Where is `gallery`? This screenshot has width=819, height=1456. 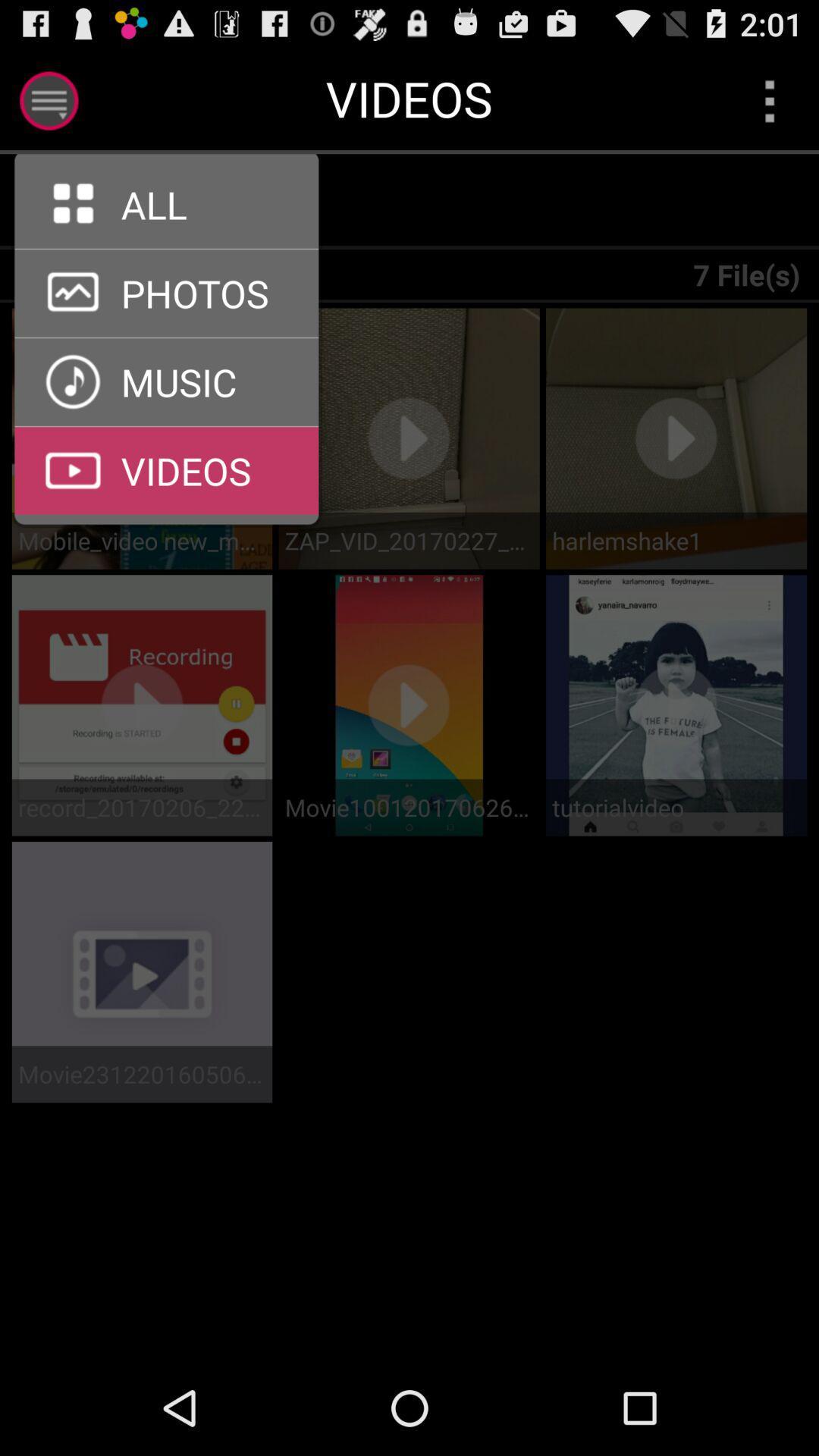
gallery is located at coordinates (166, 337).